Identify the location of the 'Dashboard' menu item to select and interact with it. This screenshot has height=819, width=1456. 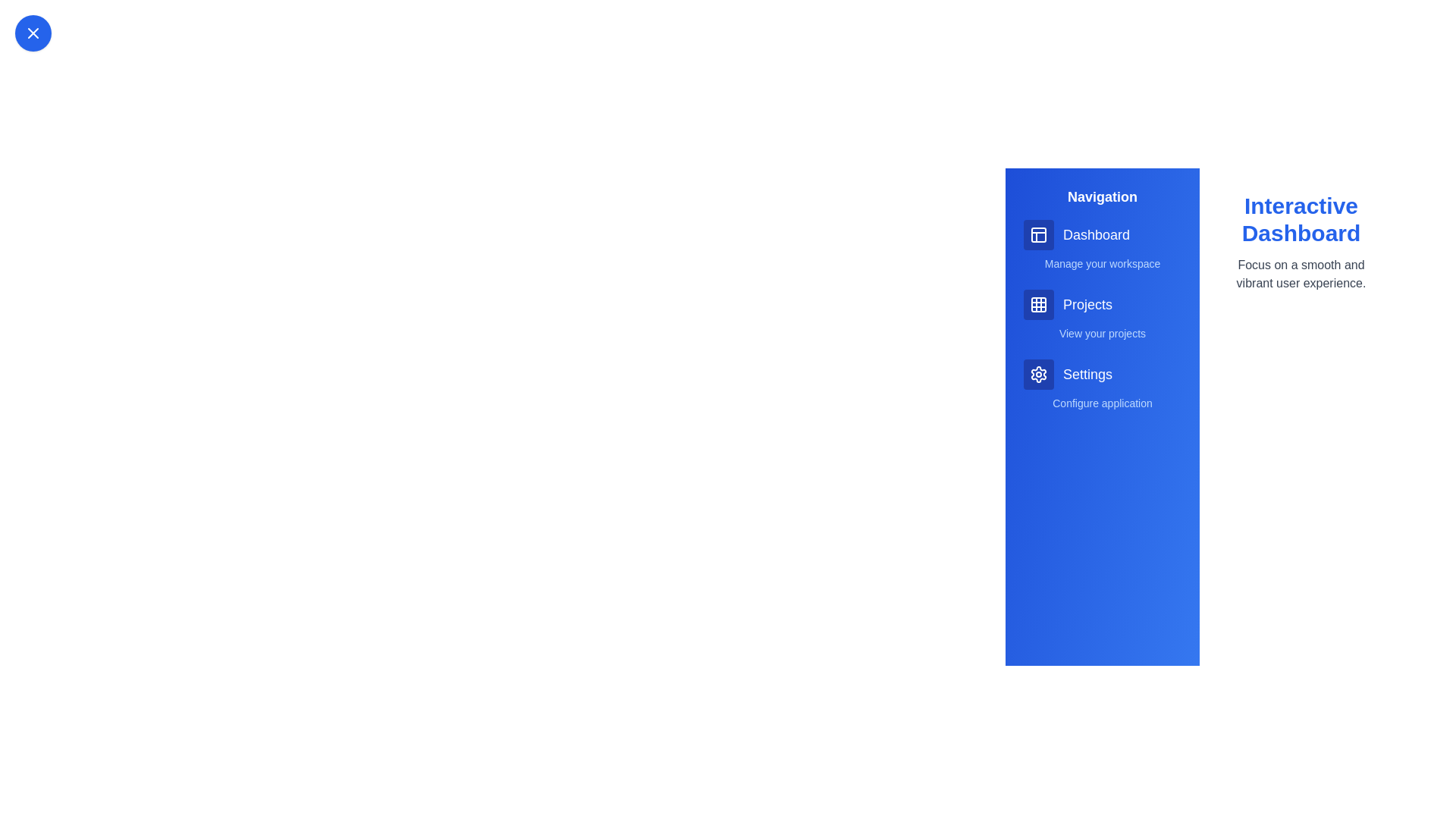
(1103, 234).